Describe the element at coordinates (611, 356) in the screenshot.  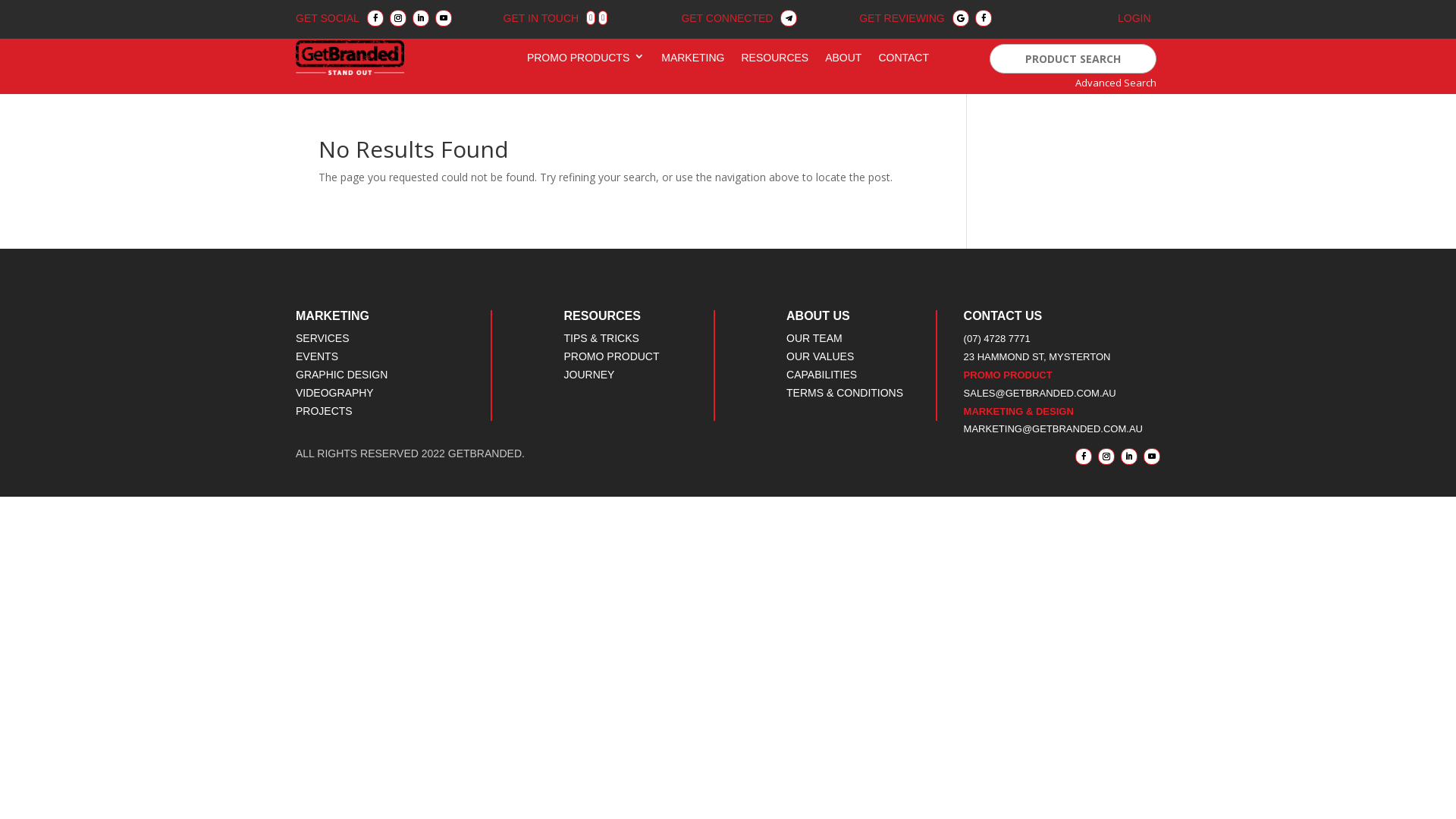
I see `'PROMO PRODUCT'` at that location.